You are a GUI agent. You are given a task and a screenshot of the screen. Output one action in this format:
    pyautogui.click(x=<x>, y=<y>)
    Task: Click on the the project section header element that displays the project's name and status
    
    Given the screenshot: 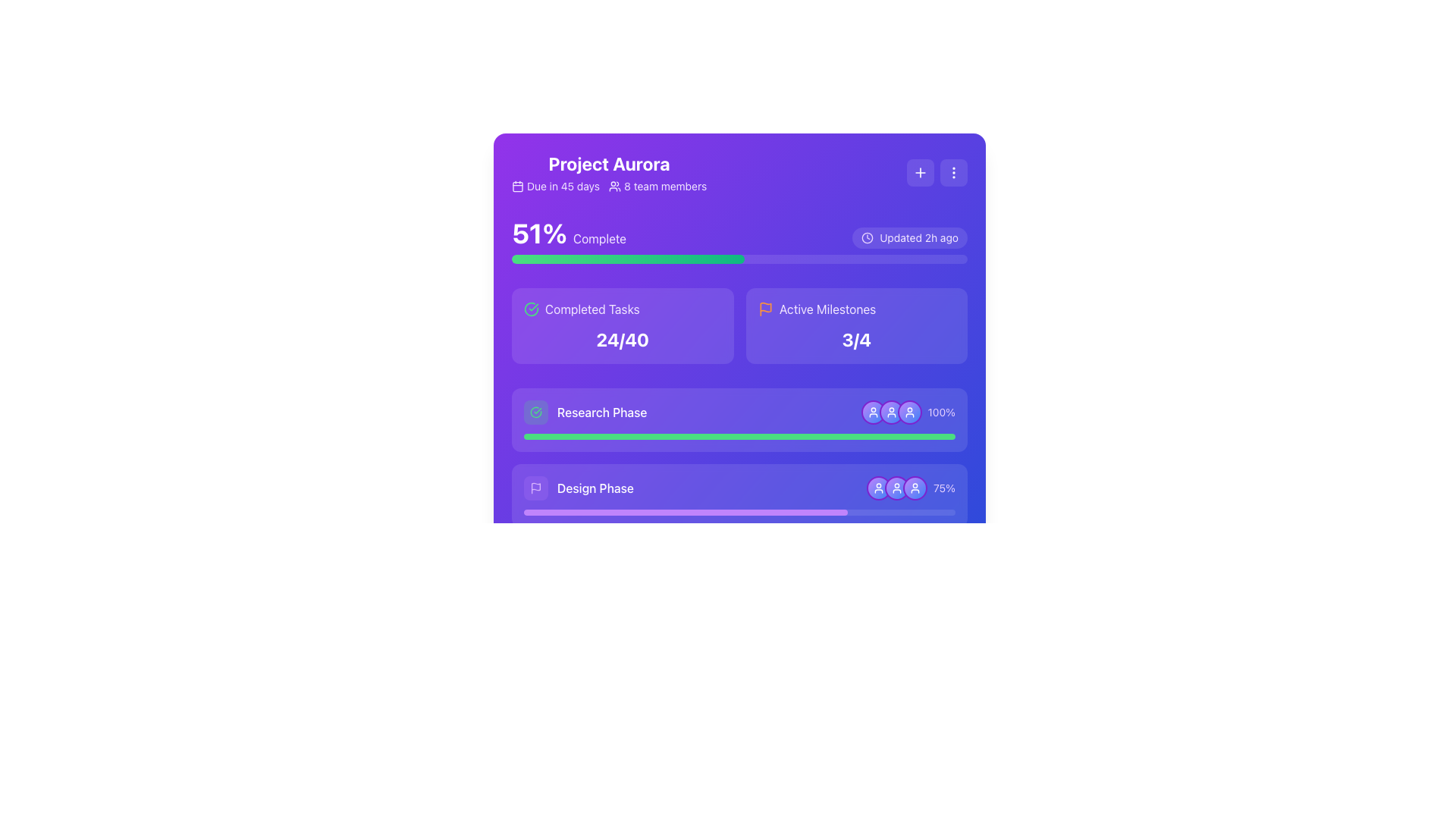 What is the action you would take?
    pyautogui.click(x=609, y=171)
    